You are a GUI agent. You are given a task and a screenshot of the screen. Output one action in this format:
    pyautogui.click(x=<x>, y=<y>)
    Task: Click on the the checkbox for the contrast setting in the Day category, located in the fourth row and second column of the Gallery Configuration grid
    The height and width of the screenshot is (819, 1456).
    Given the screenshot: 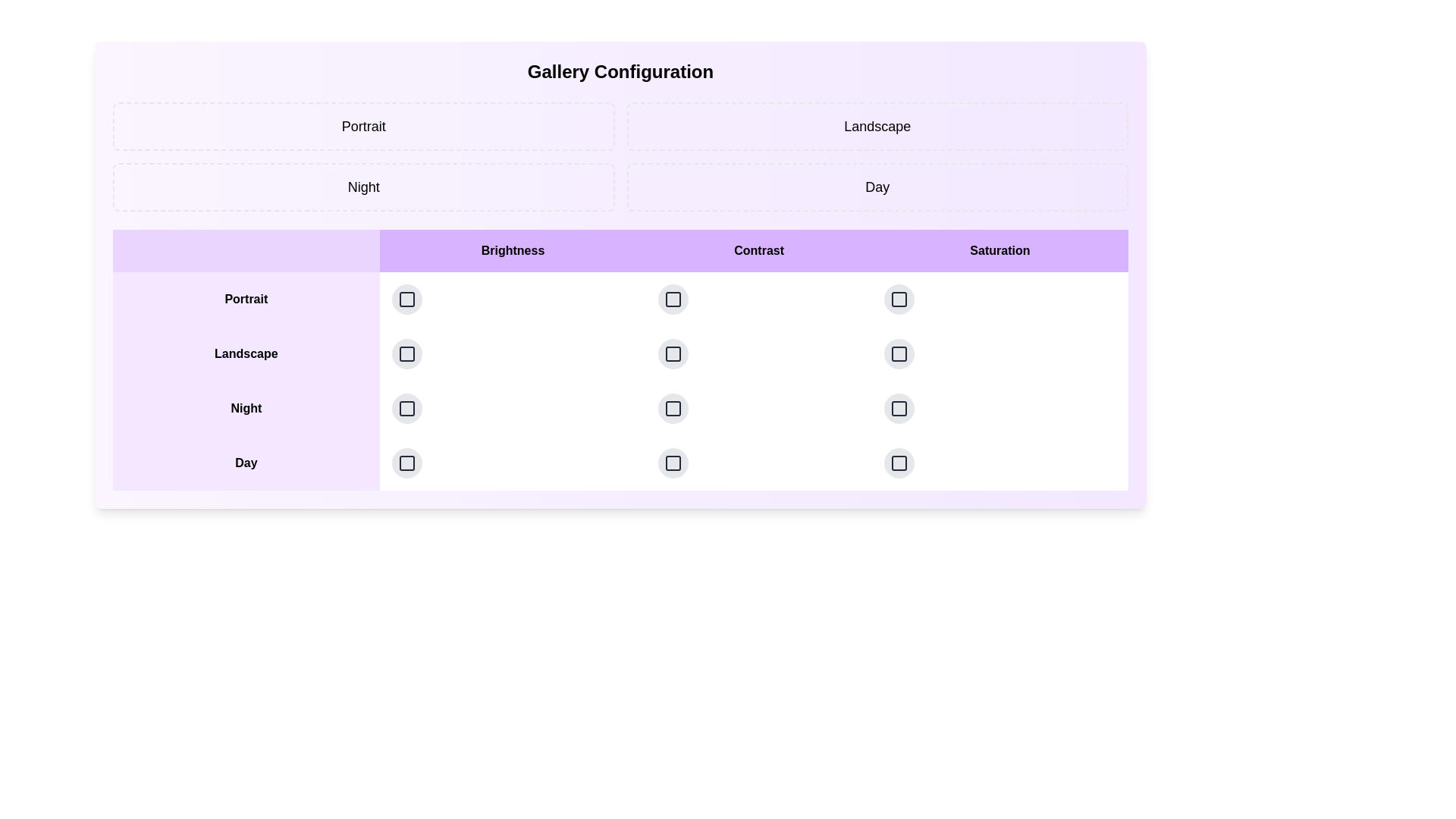 What is the action you would take?
    pyautogui.click(x=673, y=462)
    